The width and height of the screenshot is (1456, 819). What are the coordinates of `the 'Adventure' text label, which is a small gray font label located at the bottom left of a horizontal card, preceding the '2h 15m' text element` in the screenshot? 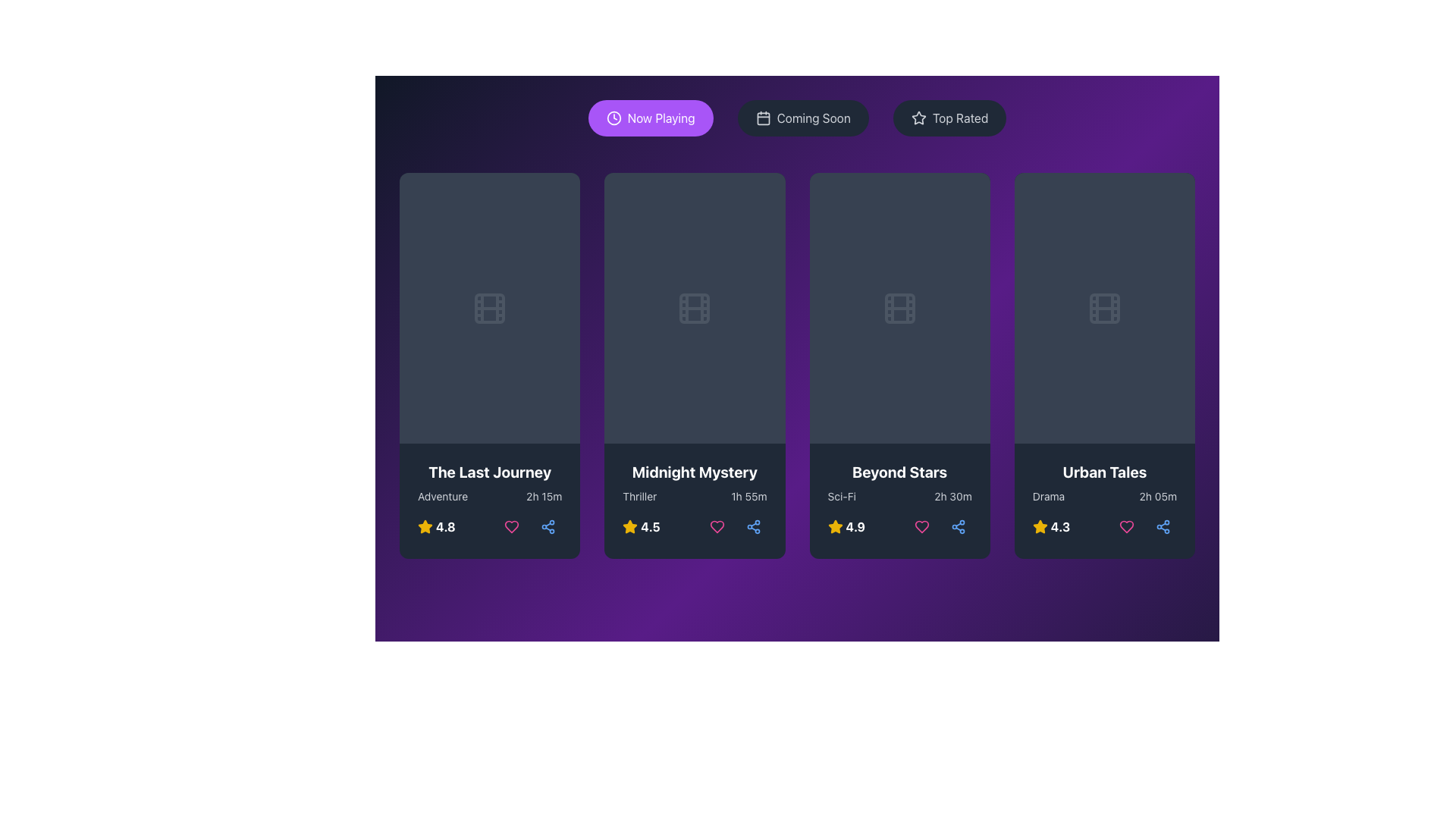 It's located at (442, 497).